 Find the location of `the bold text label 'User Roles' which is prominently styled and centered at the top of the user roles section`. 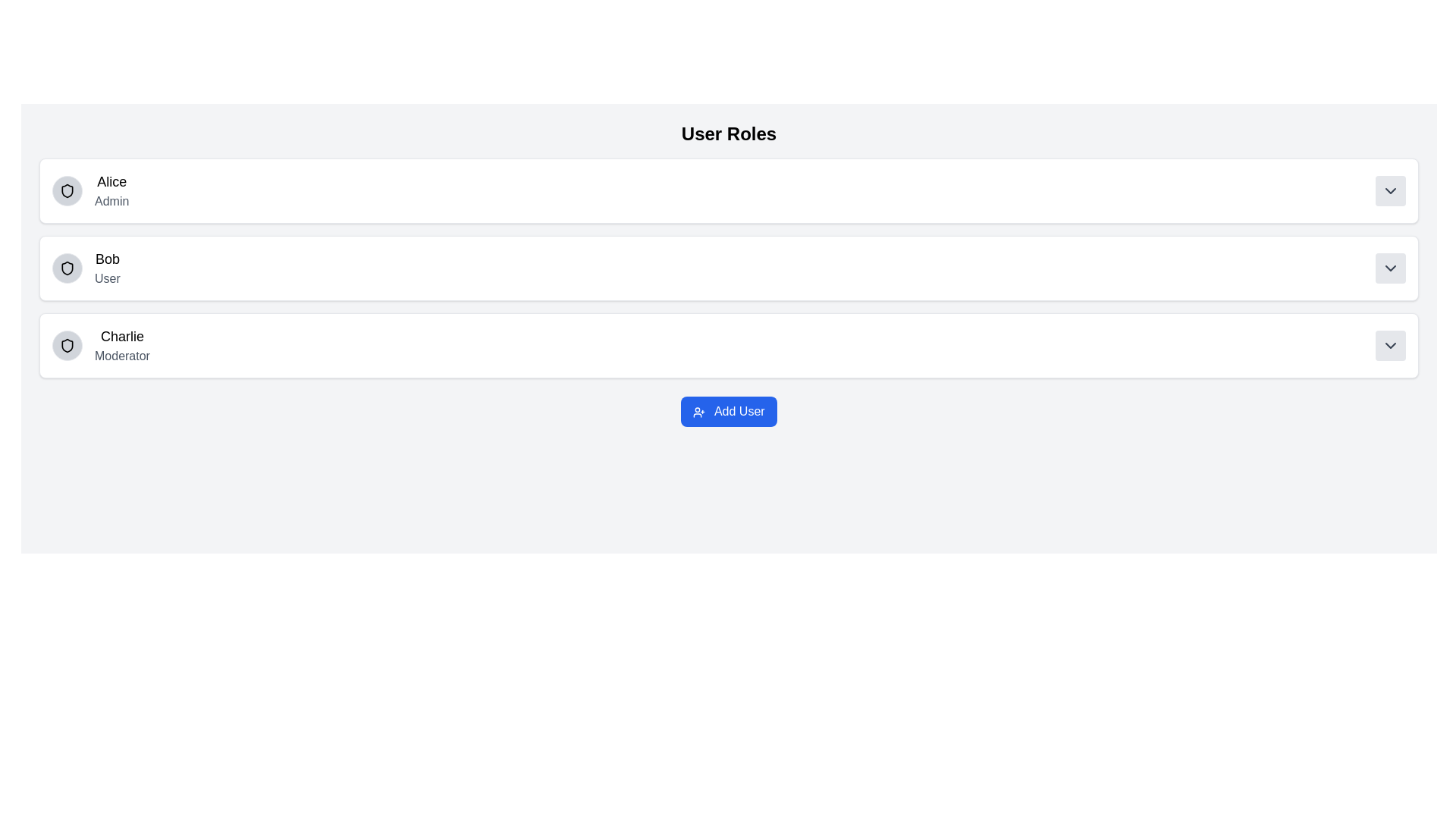

the bold text label 'User Roles' which is prominently styled and centered at the top of the user roles section is located at coordinates (729, 133).